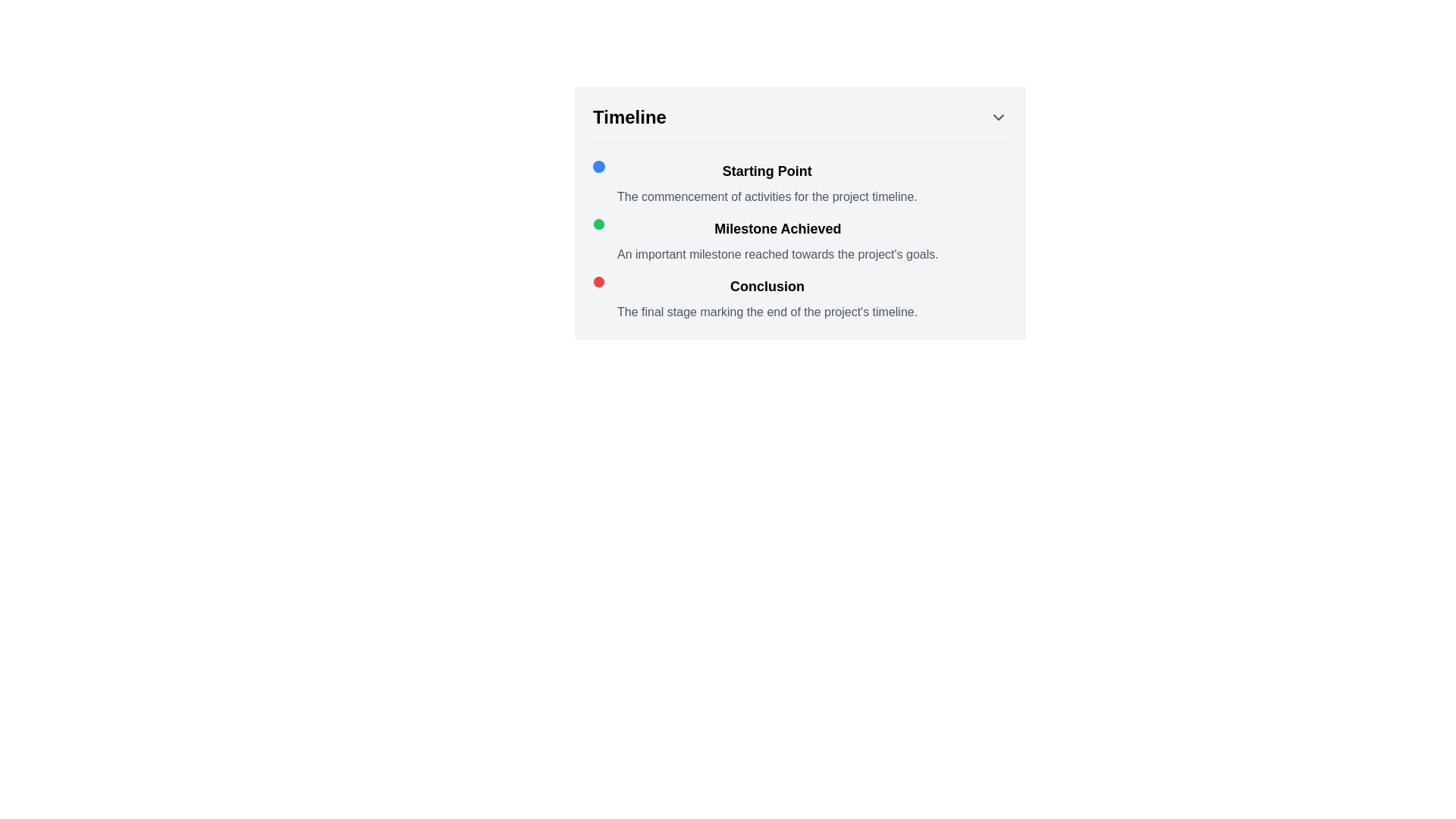  Describe the element at coordinates (767, 298) in the screenshot. I see `the Text Block that serves as a descriptive label for the project's conclusion stage, located at the bottom of the 'Timeline' section` at that location.